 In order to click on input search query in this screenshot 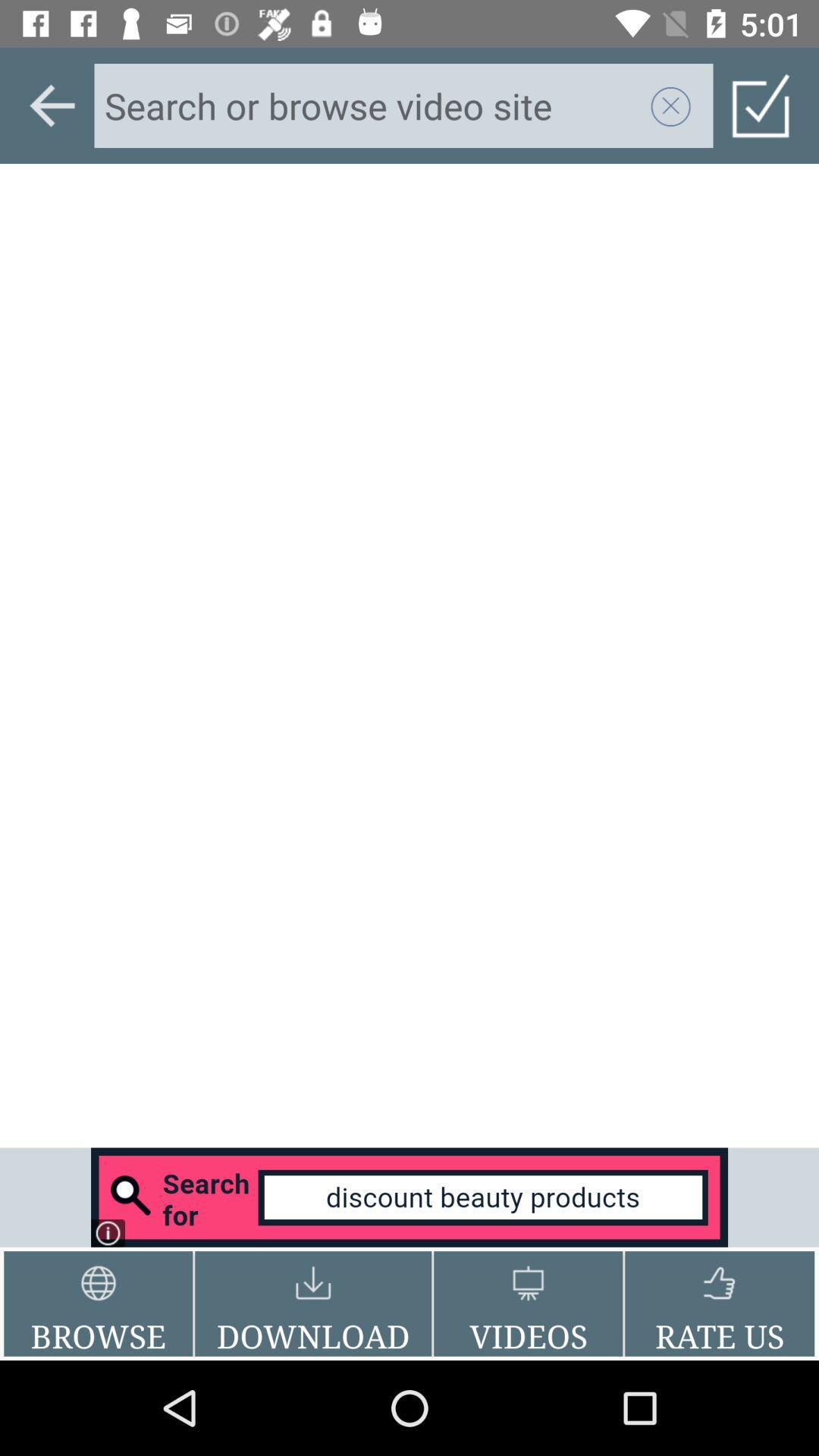, I will do `click(372, 105)`.